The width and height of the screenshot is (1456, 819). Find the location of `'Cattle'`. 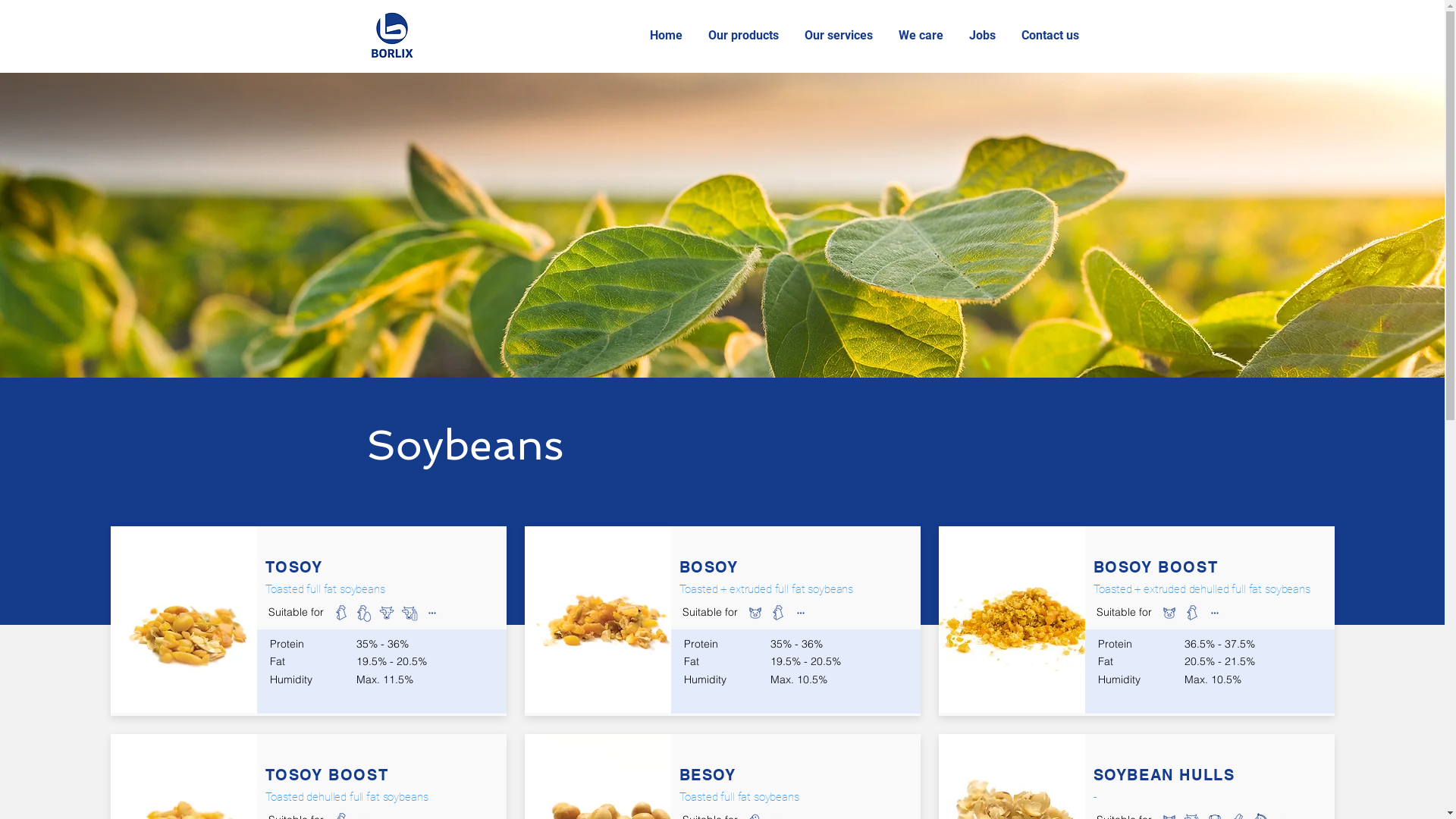

'Cattle' is located at coordinates (1201, 610).